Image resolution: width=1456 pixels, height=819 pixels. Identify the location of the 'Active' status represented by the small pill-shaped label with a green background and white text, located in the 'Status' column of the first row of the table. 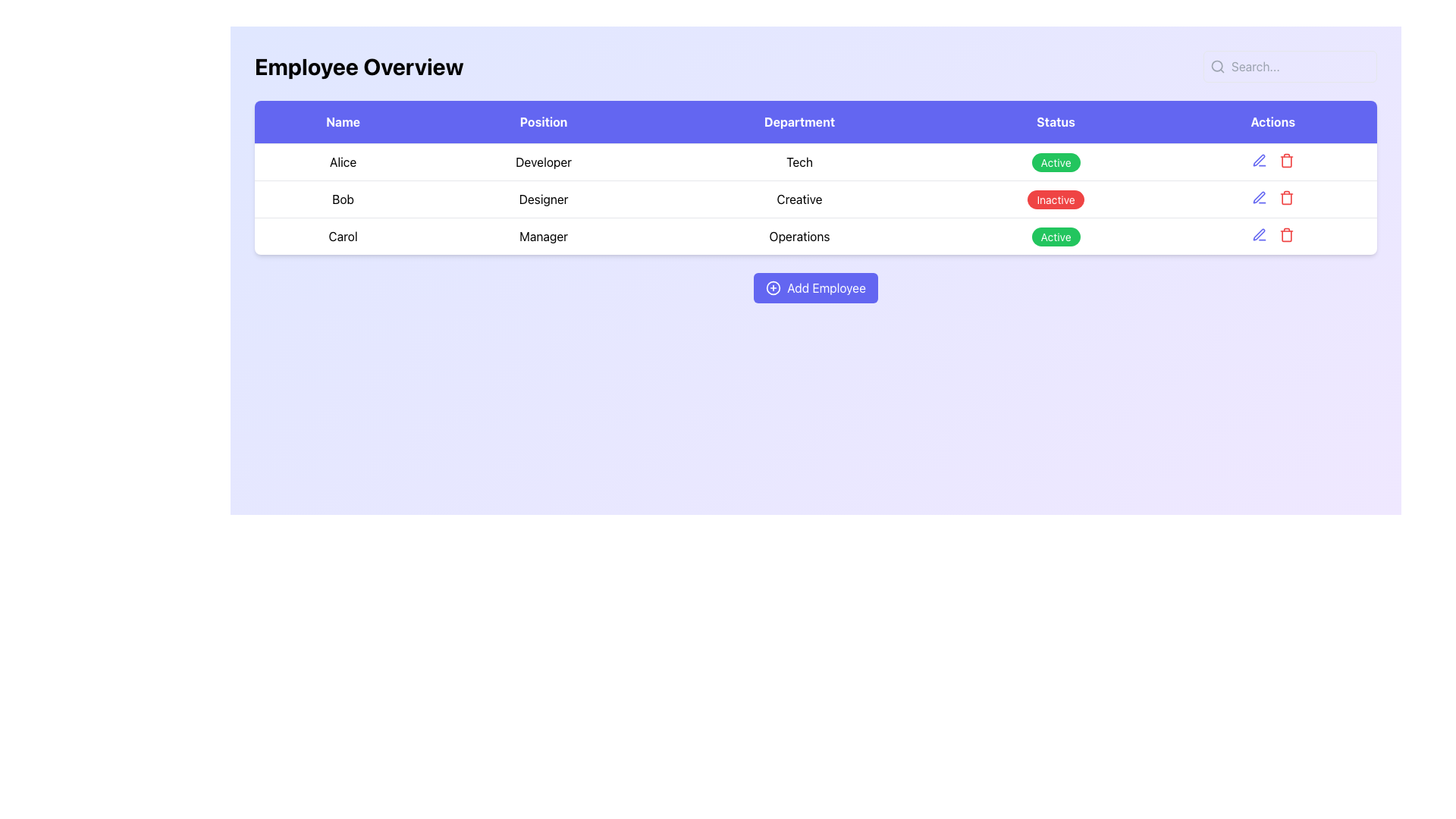
(1055, 162).